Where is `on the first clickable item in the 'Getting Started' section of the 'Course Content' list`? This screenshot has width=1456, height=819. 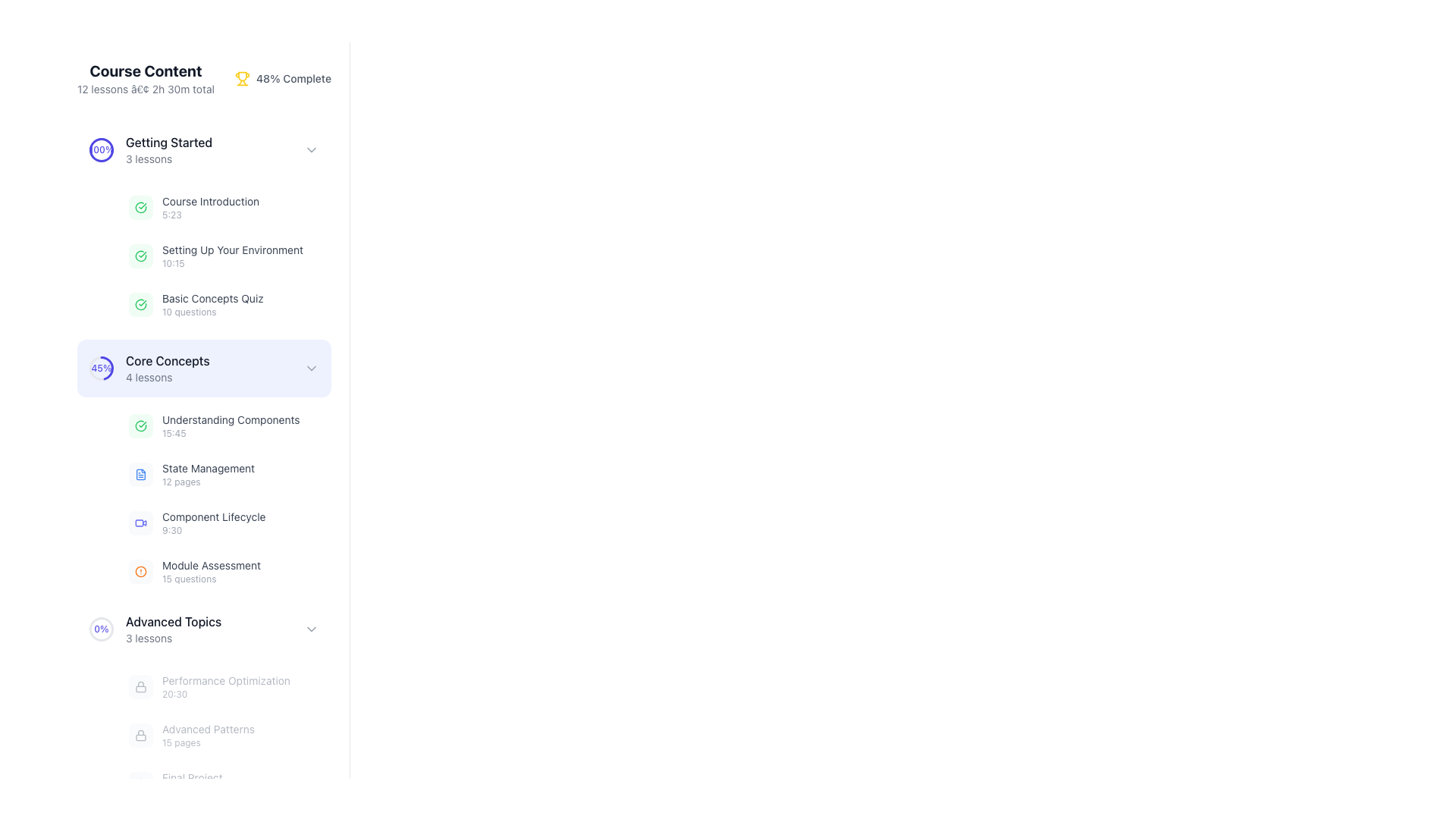 on the first clickable item in the 'Getting Started' section of the 'Course Content' list is located at coordinates (224, 207).